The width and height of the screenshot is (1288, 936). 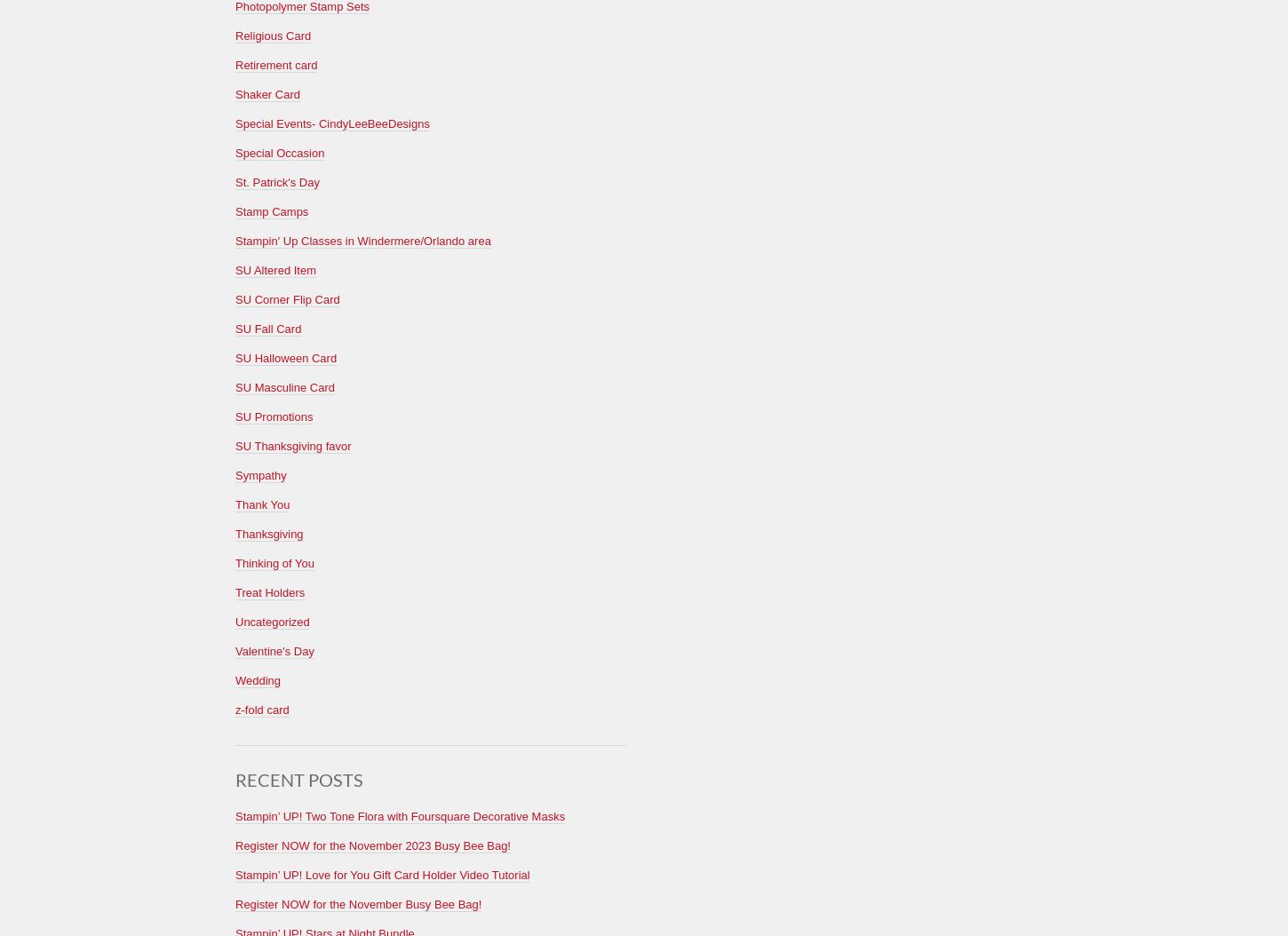 What do you see at coordinates (274, 416) in the screenshot?
I see `'SU Promotions'` at bounding box center [274, 416].